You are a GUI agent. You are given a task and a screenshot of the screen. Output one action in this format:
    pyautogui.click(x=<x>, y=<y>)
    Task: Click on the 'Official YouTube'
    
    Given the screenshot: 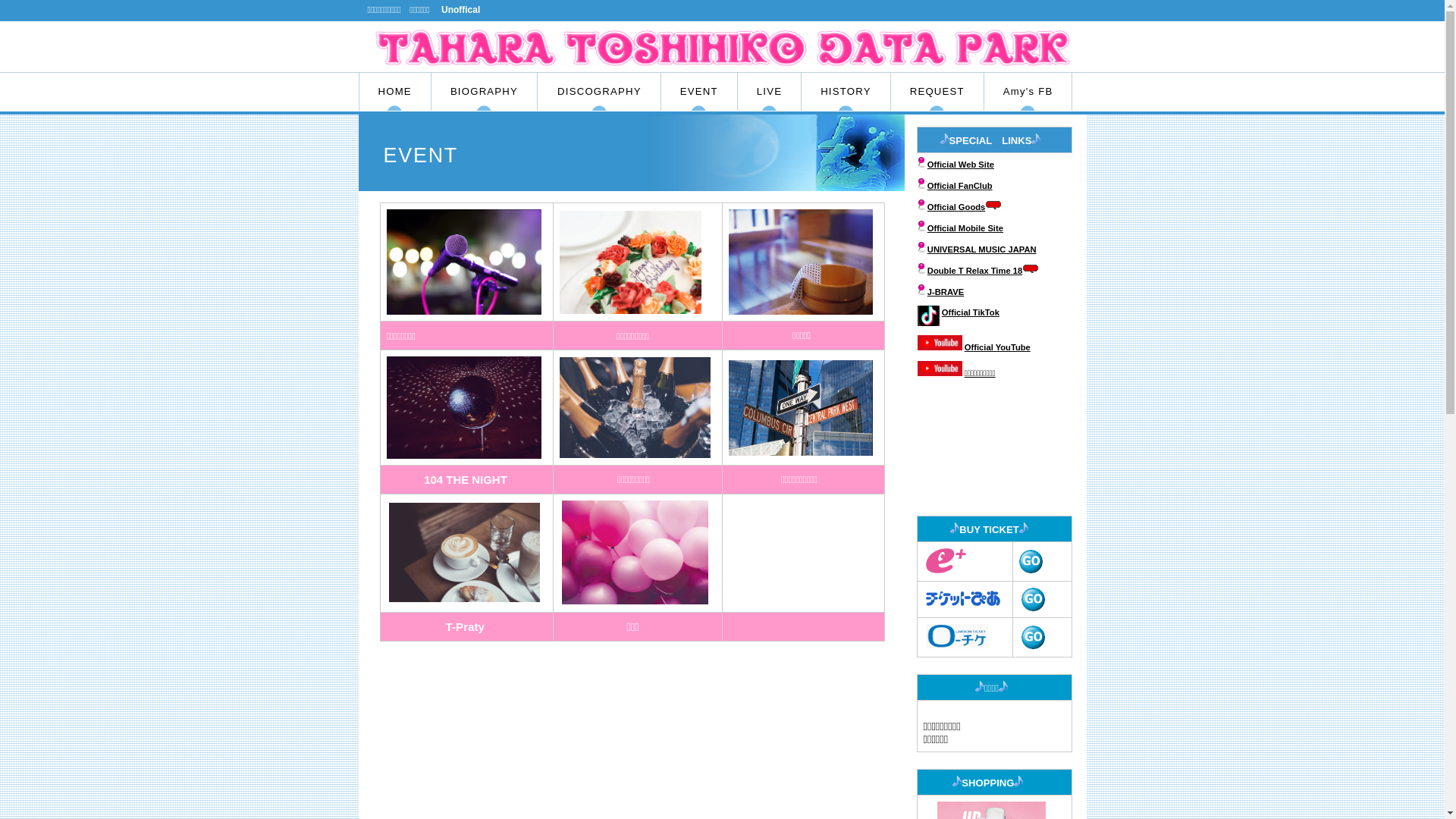 What is the action you would take?
    pyautogui.click(x=997, y=347)
    